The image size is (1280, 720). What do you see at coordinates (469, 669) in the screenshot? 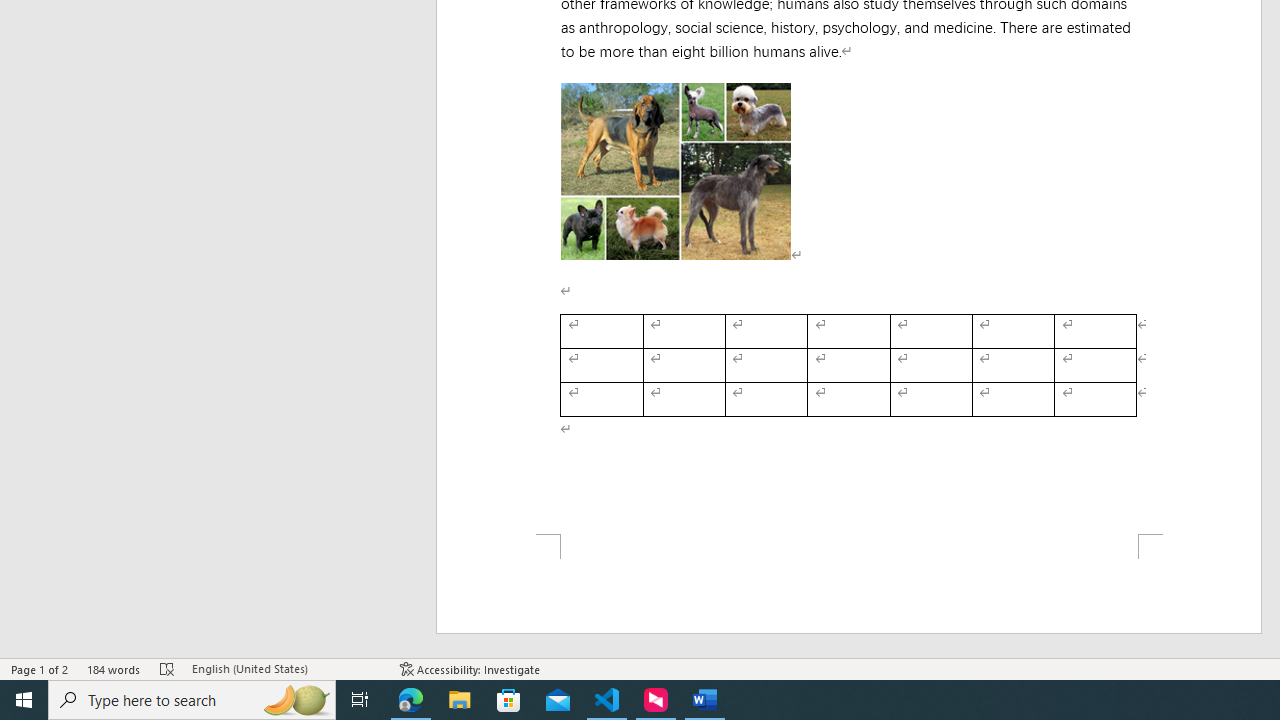
I see `'Accessibility Checker Accessibility: Investigate'` at bounding box center [469, 669].